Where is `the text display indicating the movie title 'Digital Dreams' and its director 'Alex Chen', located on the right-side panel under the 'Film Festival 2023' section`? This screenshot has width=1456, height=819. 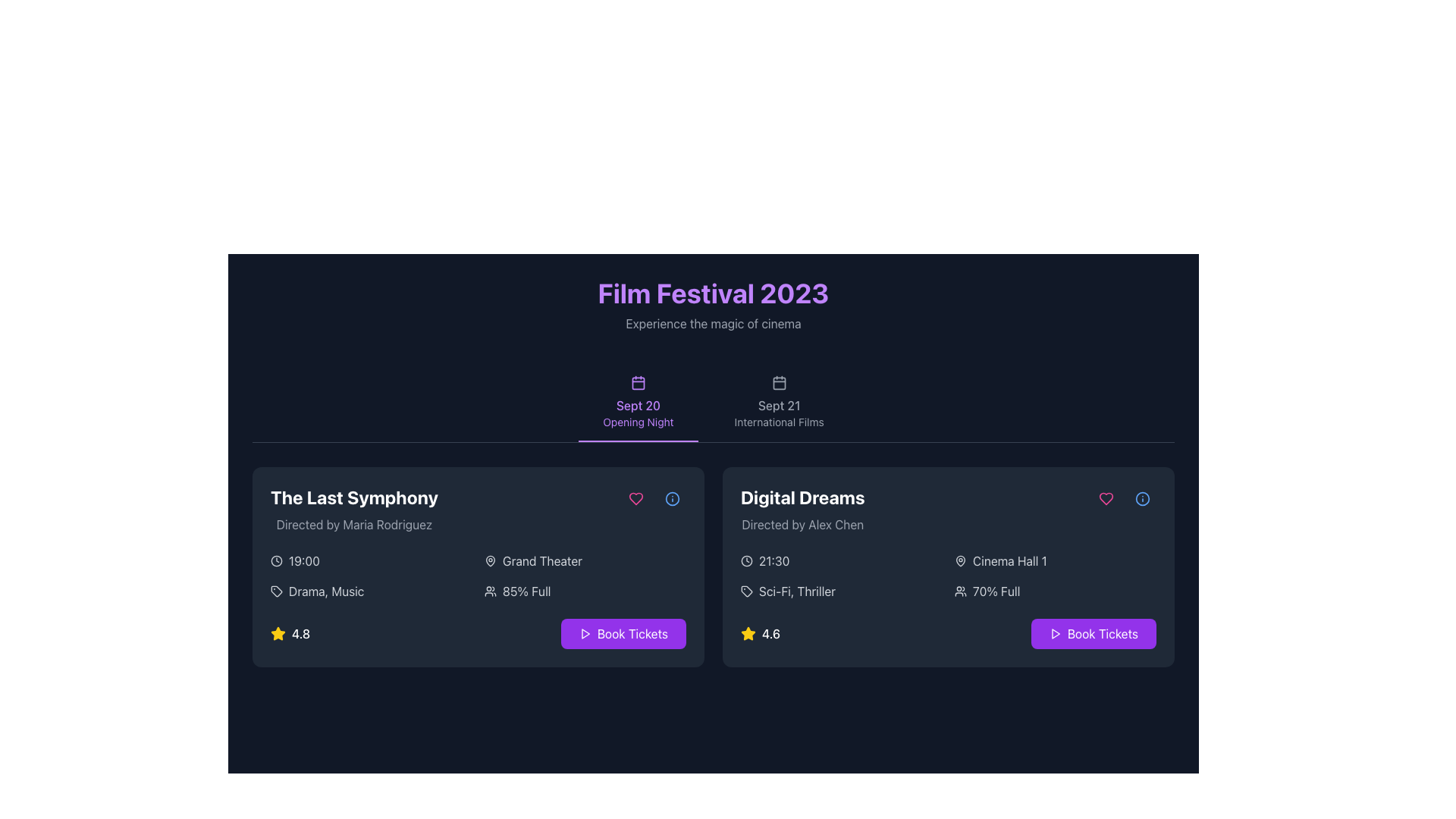
the text display indicating the movie title 'Digital Dreams' and its director 'Alex Chen', located on the right-side panel under the 'Film Festival 2023' section is located at coordinates (802, 509).